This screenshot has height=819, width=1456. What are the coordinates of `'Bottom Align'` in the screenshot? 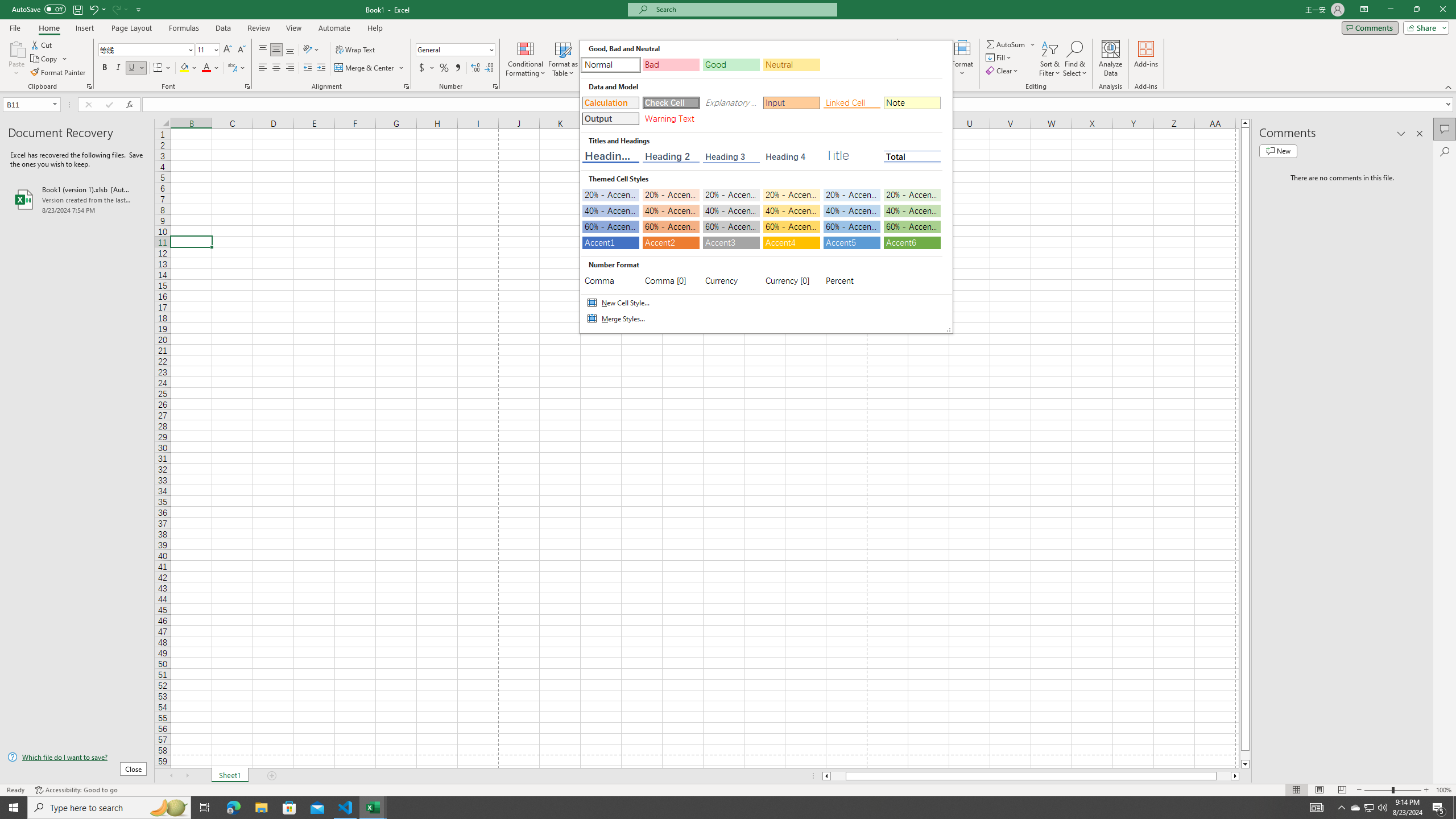 It's located at (289, 49).